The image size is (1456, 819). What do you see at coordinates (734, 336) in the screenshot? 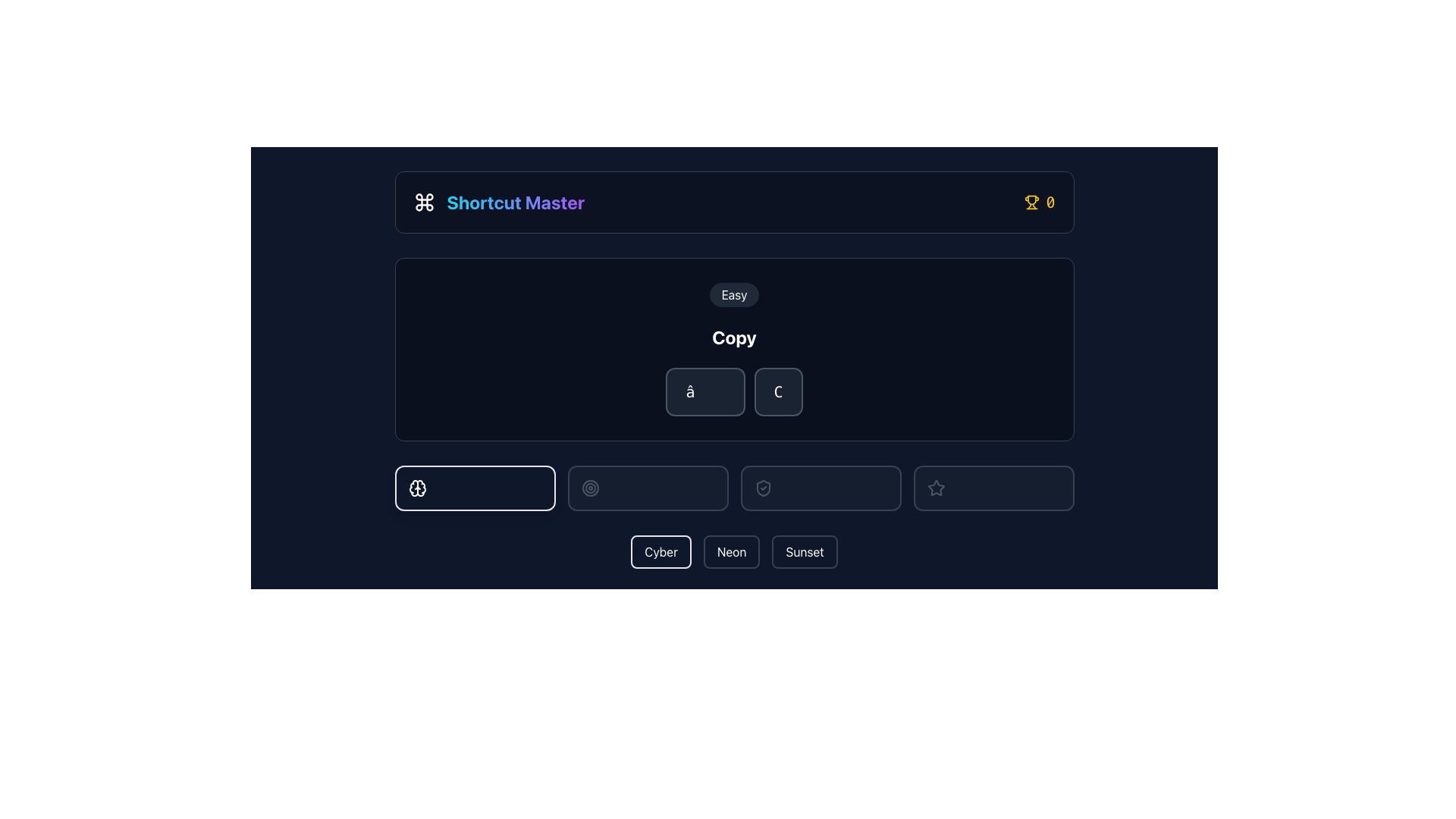
I see `the text label that denotes the functionality or context related to copying, positioned below two elements styled as 'Easy' and above a group containing '⌘ C'` at bounding box center [734, 336].